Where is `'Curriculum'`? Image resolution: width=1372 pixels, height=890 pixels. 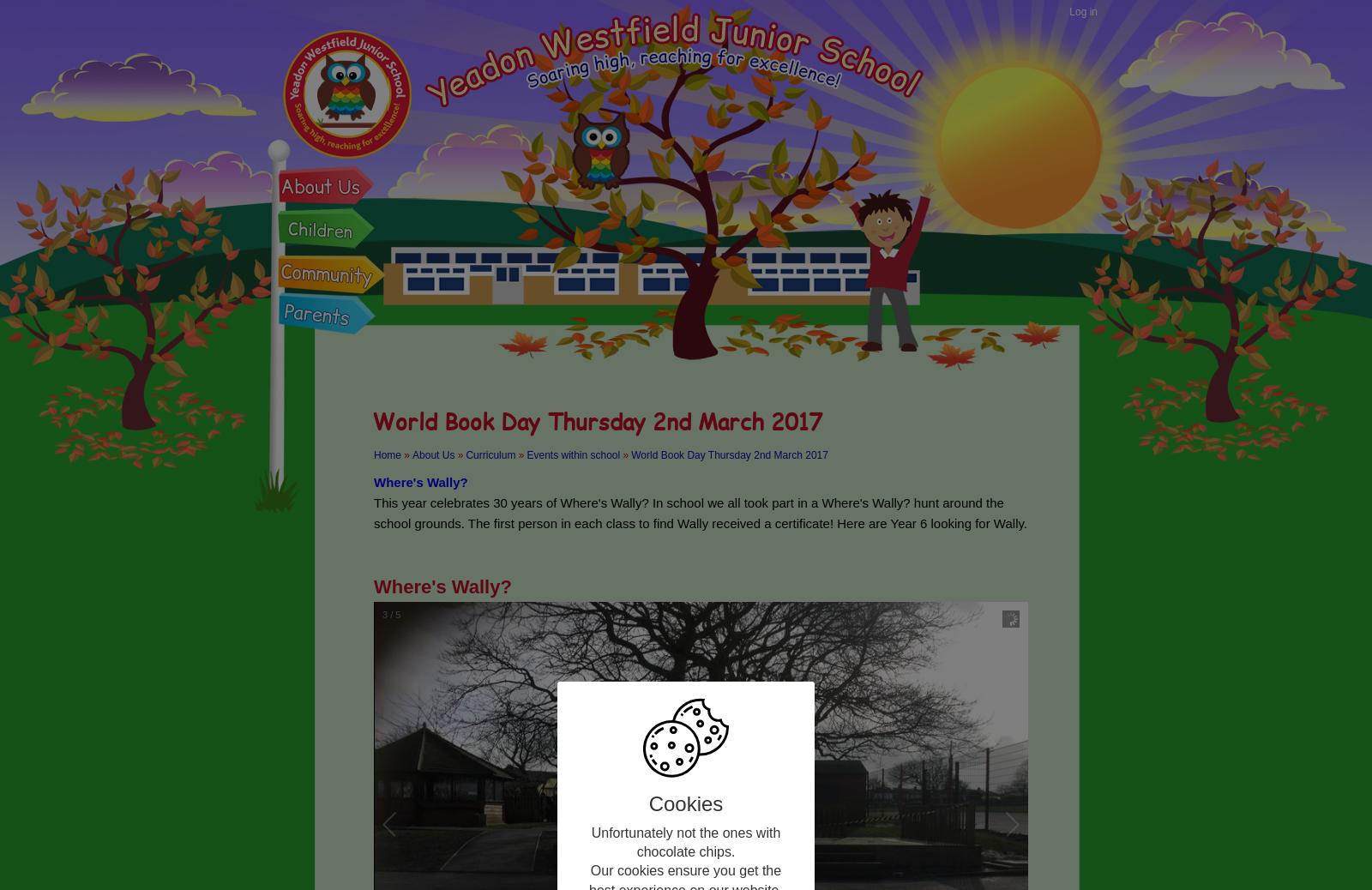
'Curriculum' is located at coordinates (465, 454).